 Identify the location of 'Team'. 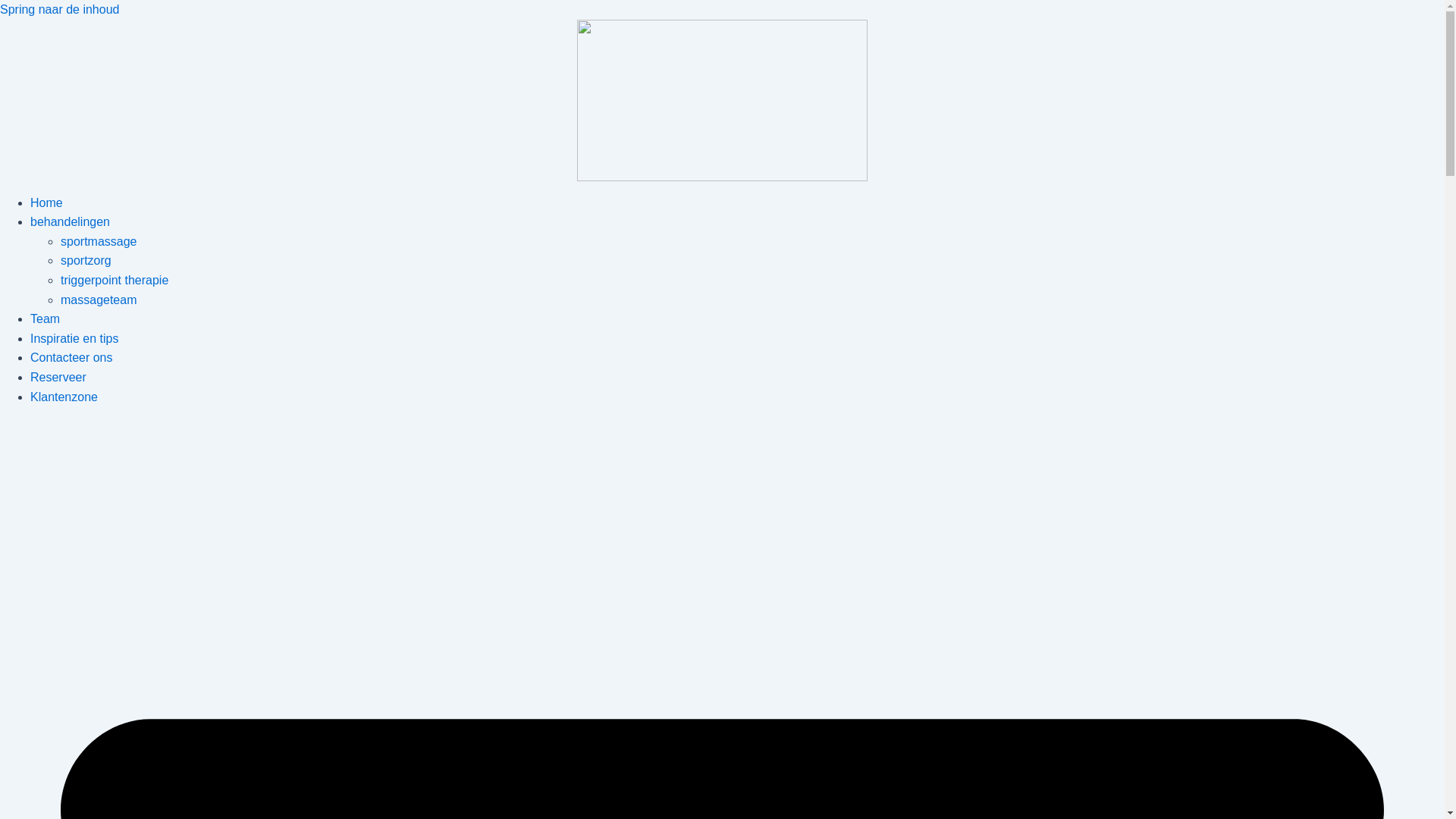
(45, 318).